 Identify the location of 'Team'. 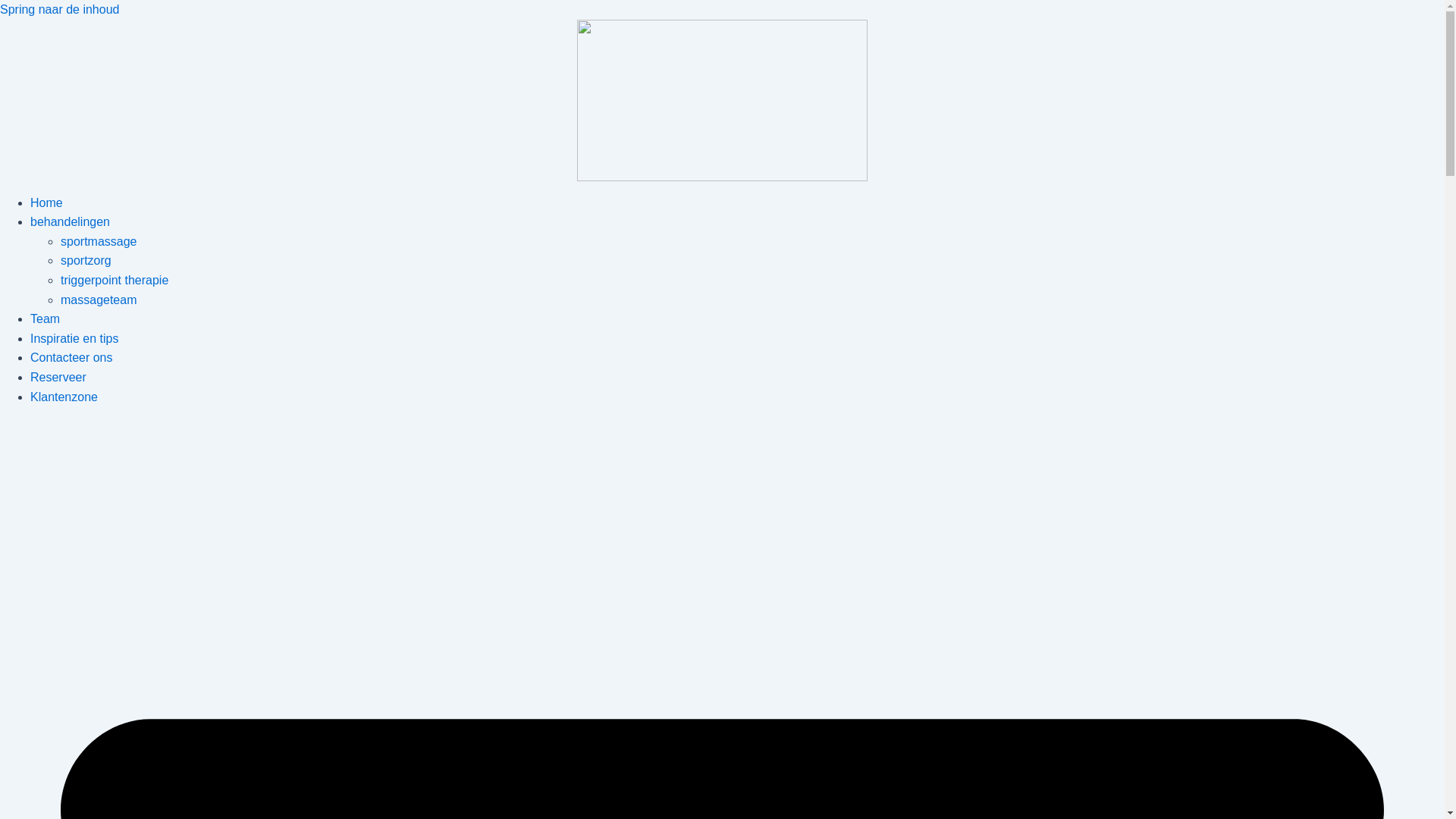
(45, 318).